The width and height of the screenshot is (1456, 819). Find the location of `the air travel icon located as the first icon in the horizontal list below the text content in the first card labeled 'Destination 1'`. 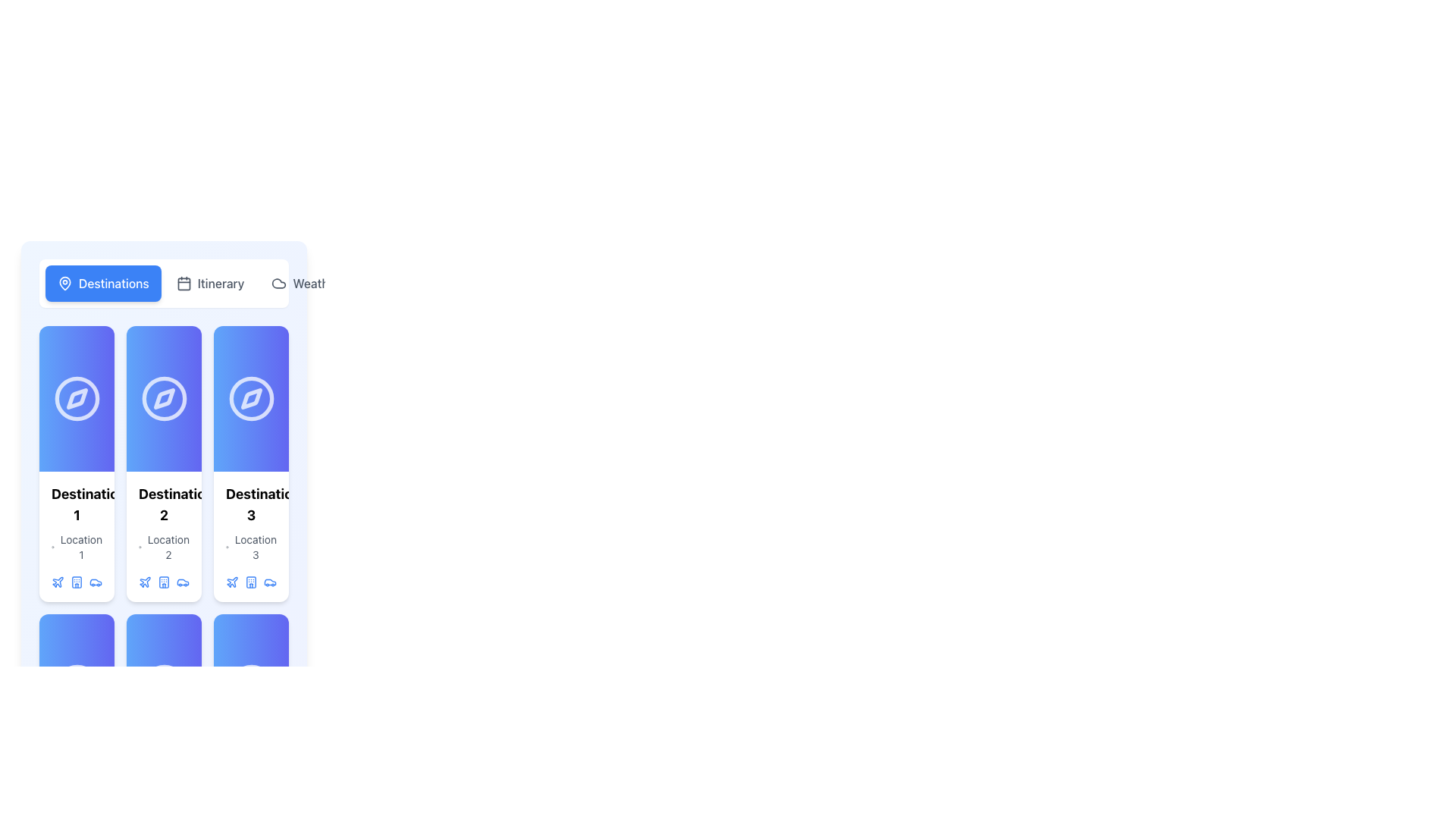

the air travel icon located as the first icon in the horizontal list below the text content in the first card labeled 'Destination 1' is located at coordinates (58, 581).